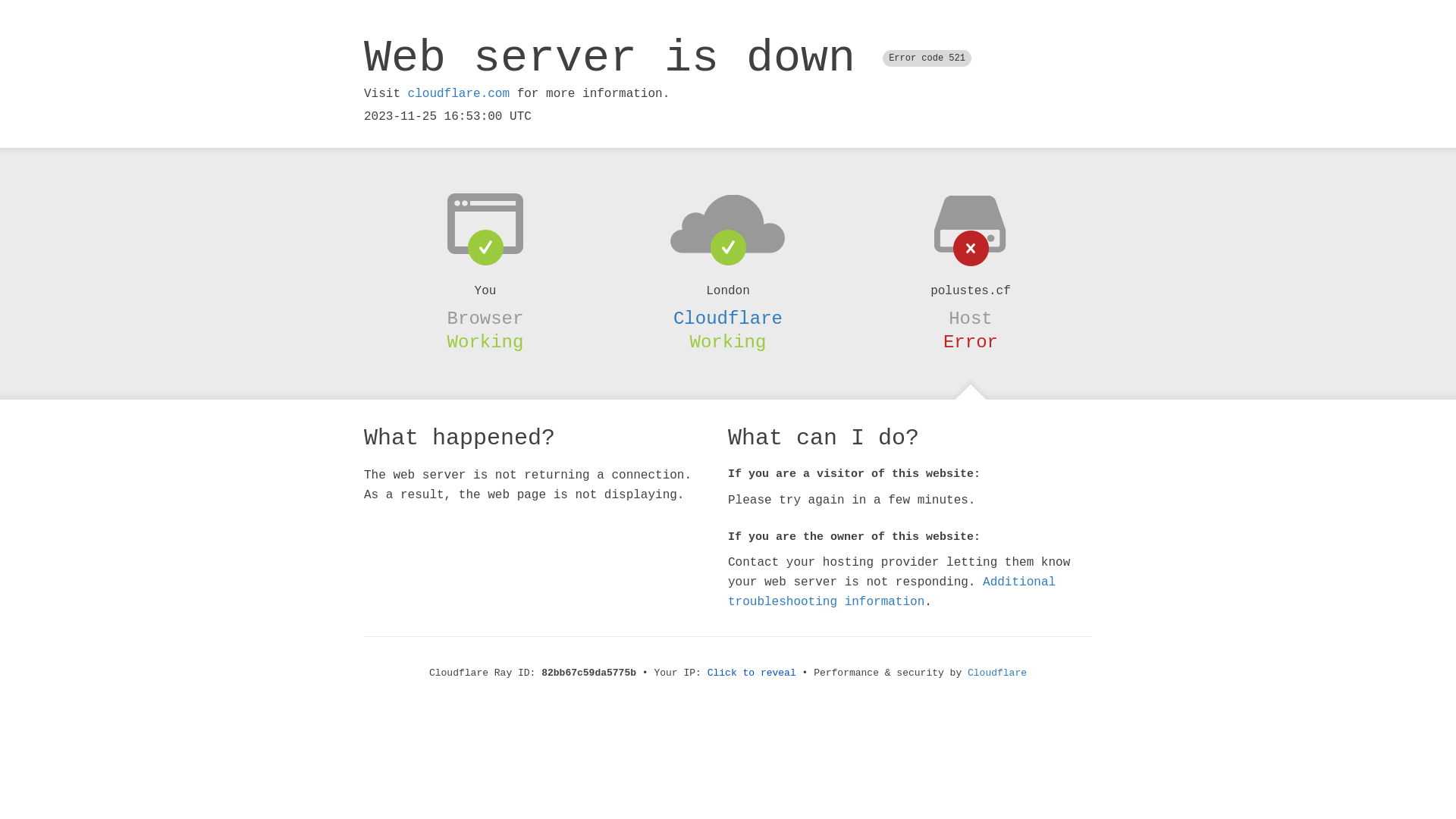  What do you see at coordinates (967, 672) in the screenshot?
I see `'Cloudflare'` at bounding box center [967, 672].